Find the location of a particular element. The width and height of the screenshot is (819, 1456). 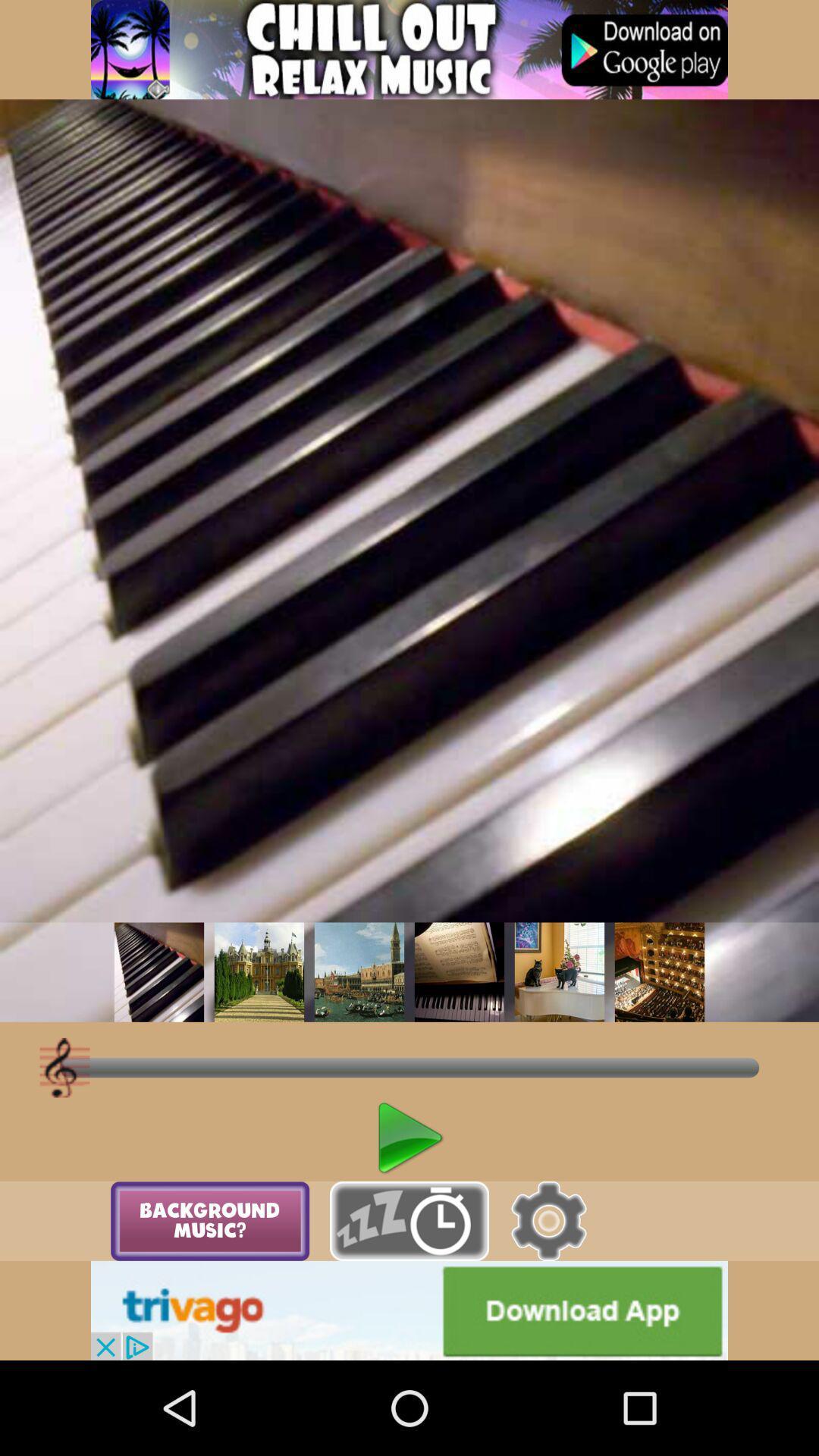

settings is located at coordinates (548, 1221).